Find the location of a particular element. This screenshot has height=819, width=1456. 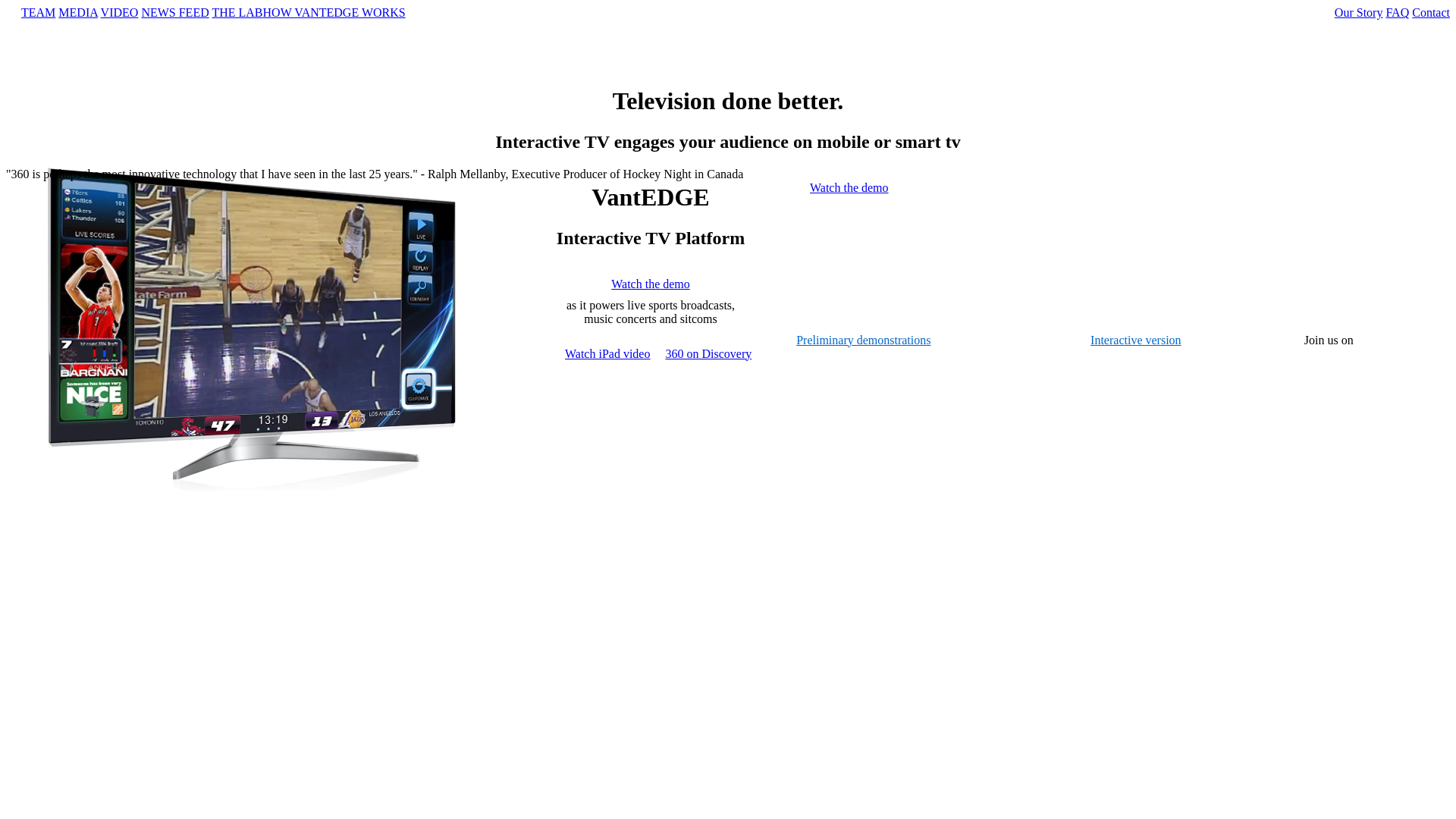

'VIDEO' is located at coordinates (100, 12).